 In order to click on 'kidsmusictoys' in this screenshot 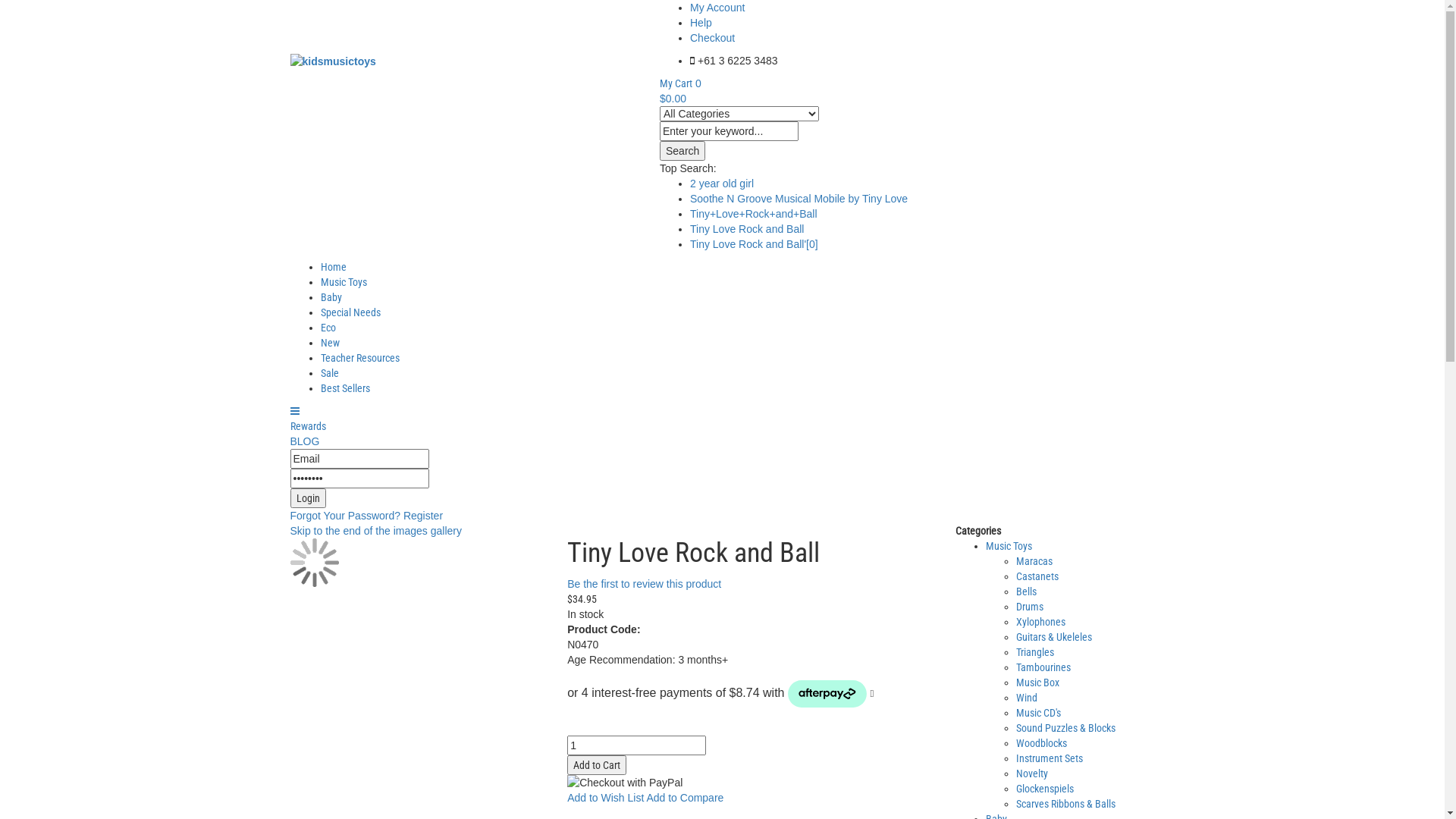, I will do `click(290, 60)`.